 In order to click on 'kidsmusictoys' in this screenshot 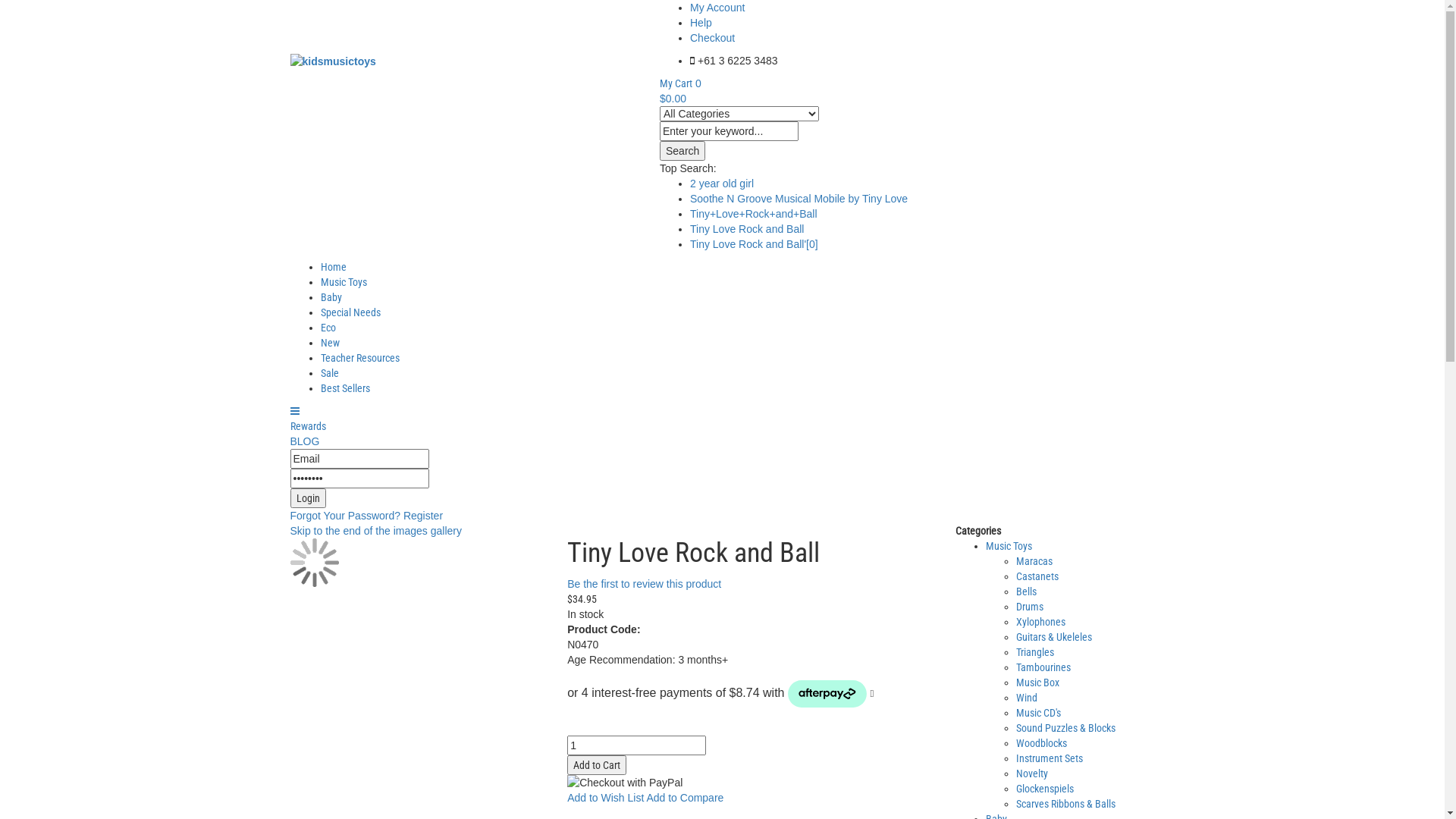, I will do `click(290, 60)`.